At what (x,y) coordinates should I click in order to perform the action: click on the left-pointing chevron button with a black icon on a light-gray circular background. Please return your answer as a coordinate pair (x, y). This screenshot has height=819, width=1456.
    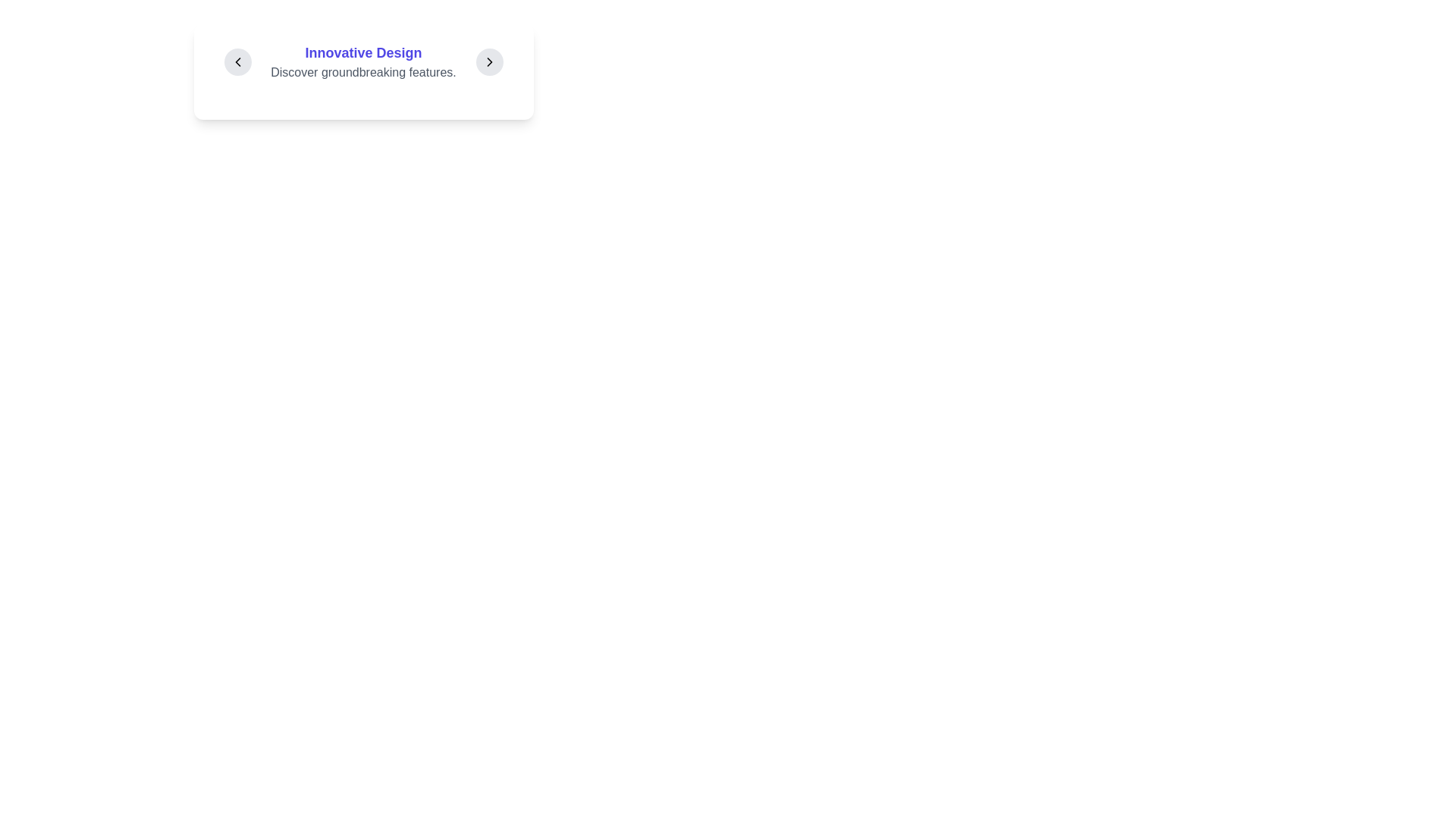
    Looking at the image, I should click on (237, 61).